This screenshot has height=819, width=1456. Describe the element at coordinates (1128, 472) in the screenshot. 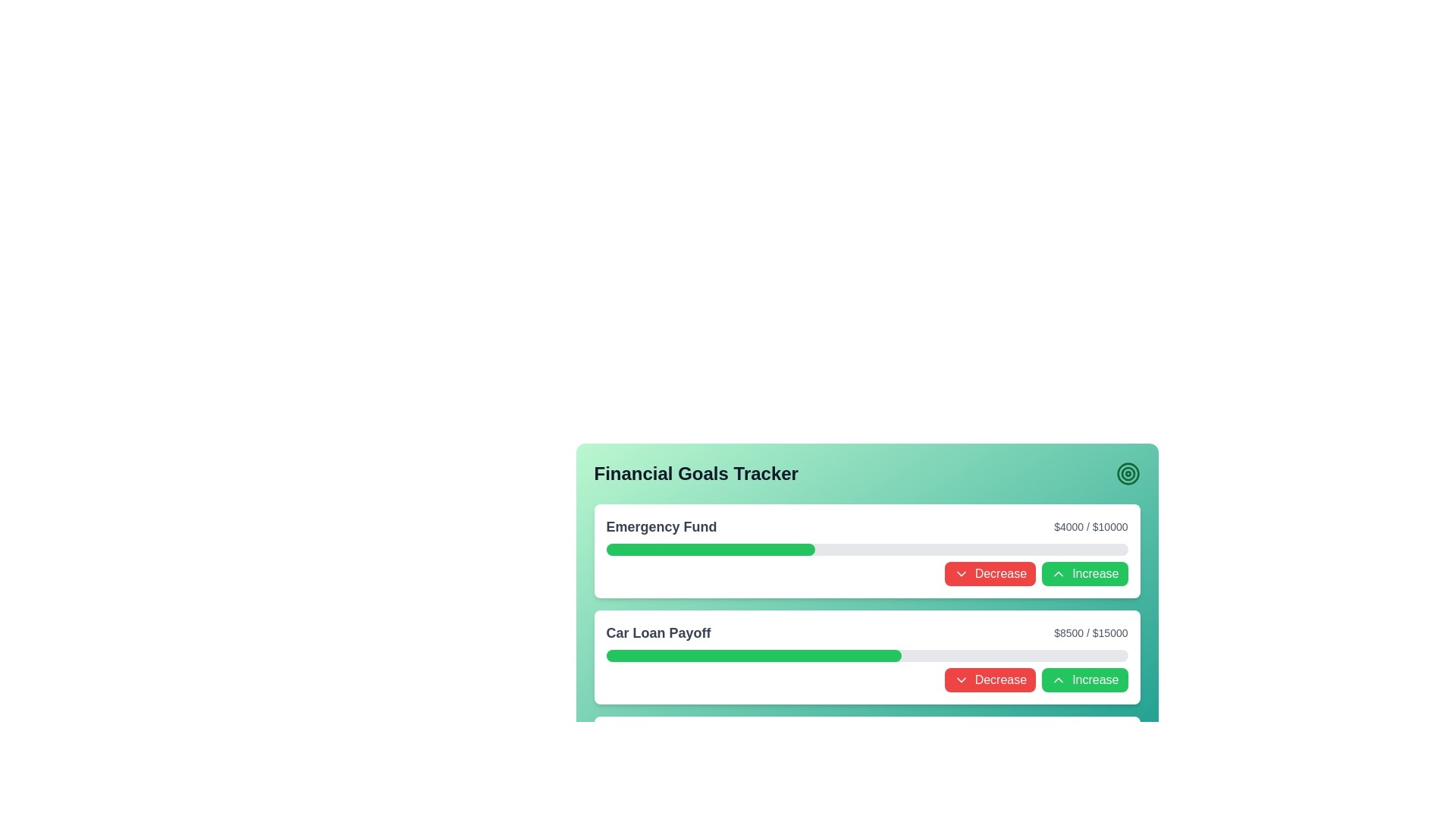

I see `the outermost circular ring with a thin green border in the Financial Goals Tracker card located at the top-right corner` at that location.